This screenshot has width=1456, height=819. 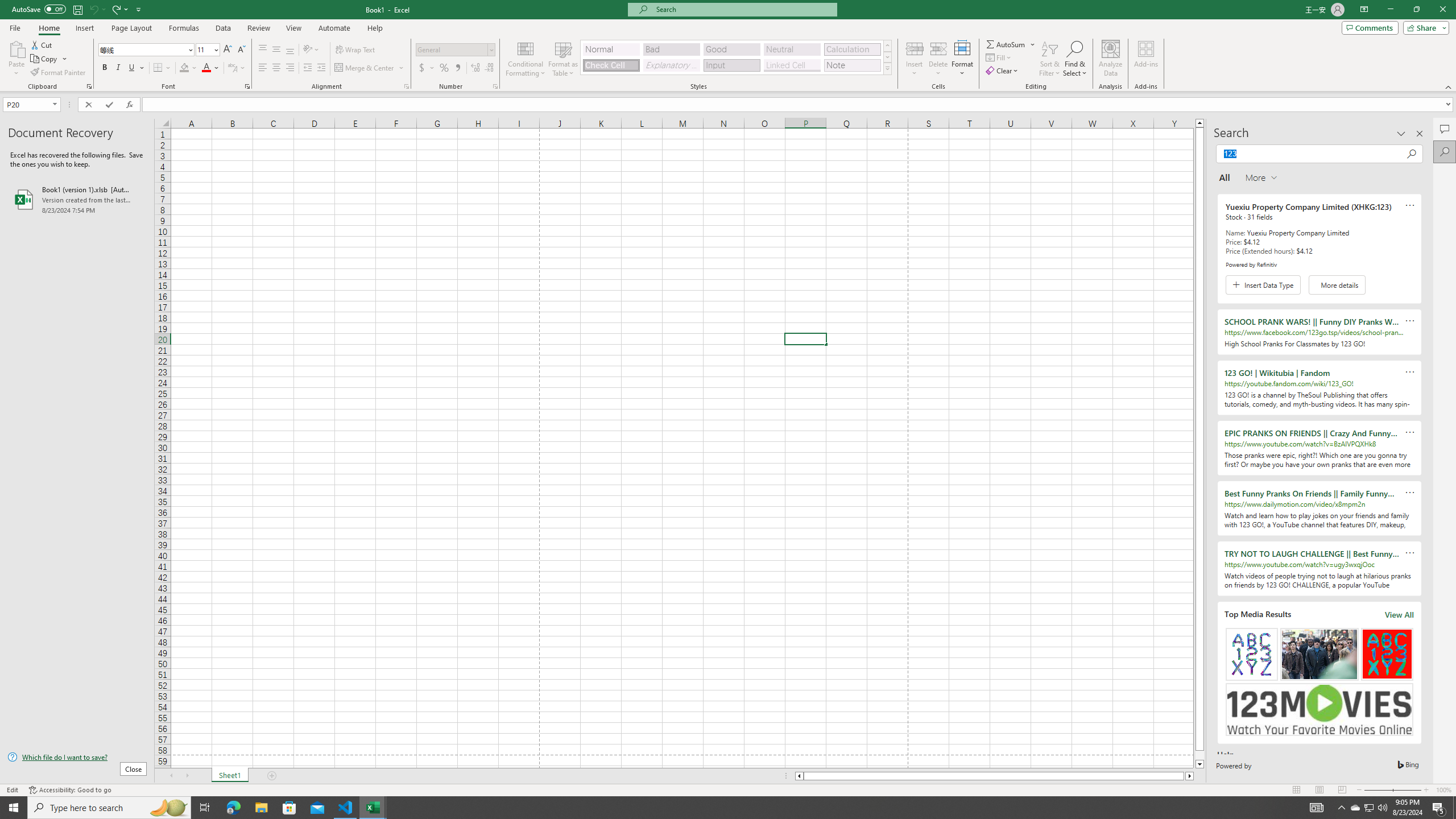 What do you see at coordinates (188, 67) in the screenshot?
I see `'Fill Color'` at bounding box center [188, 67].